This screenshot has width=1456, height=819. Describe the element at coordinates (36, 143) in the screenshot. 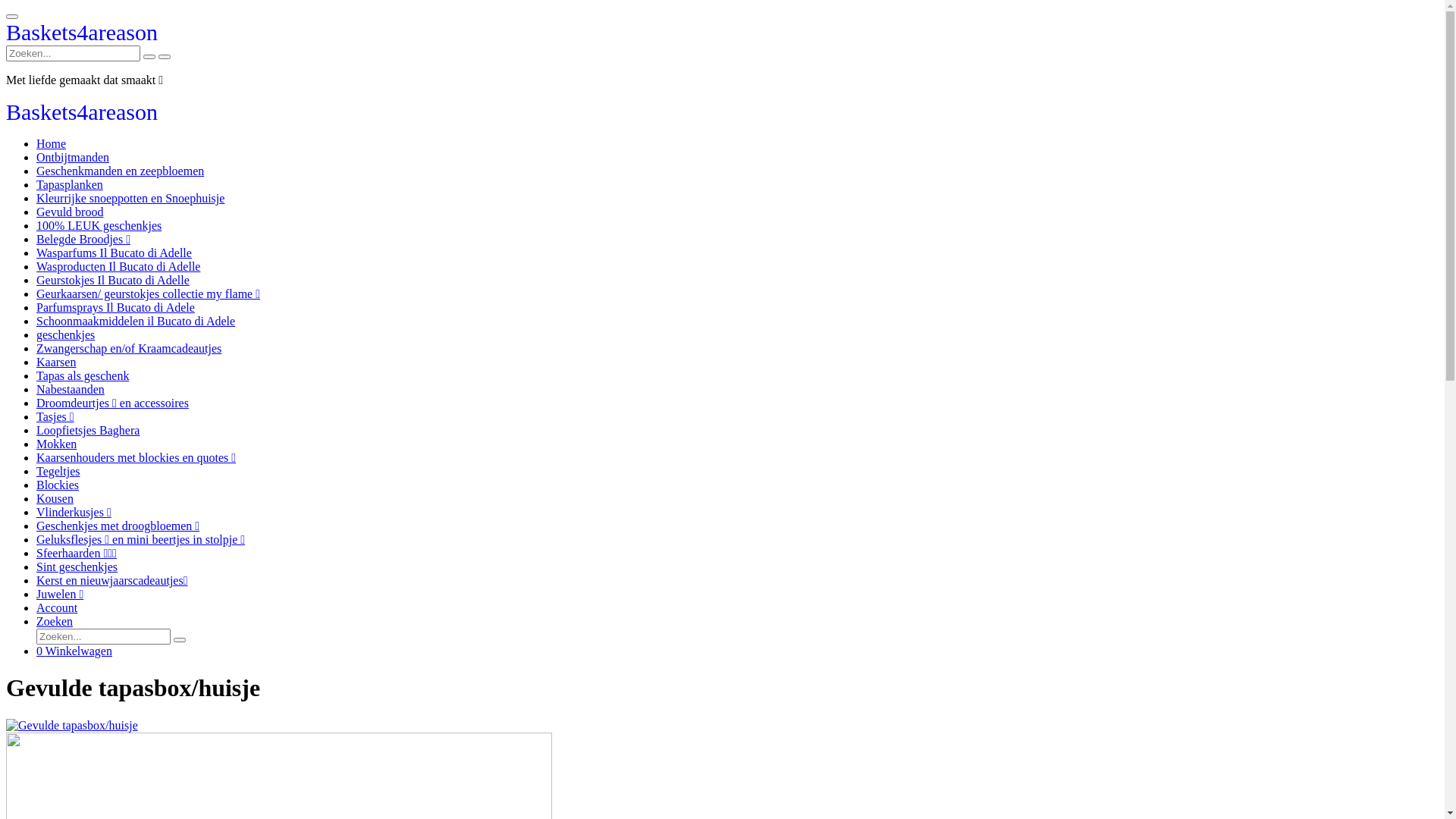

I see `'Home'` at that location.